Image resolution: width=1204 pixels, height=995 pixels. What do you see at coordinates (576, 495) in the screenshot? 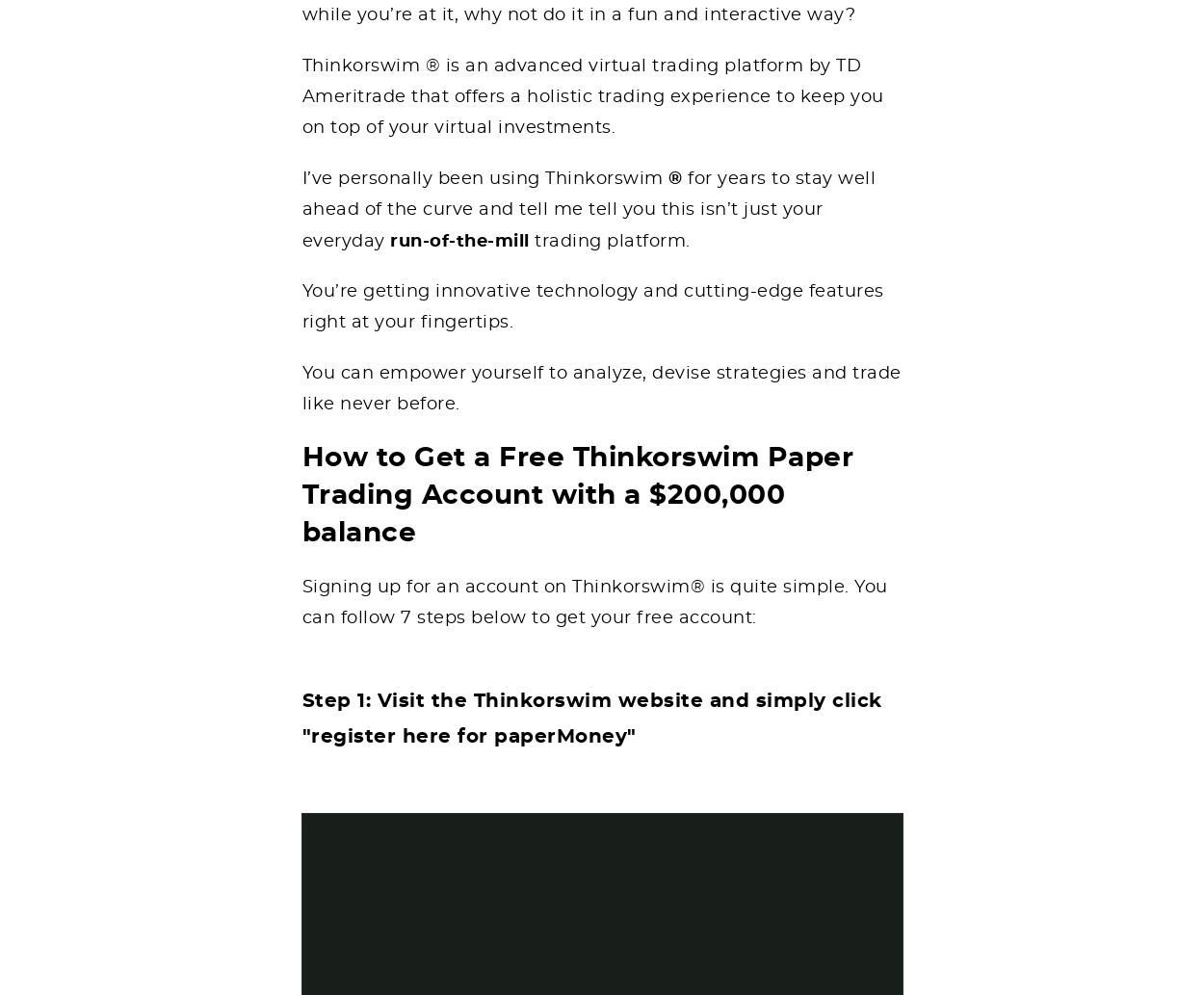
I see `'How to Get a Free Thinkorswim Paper Trading Account with a $200,000 balance'` at bounding box center [576, 495].